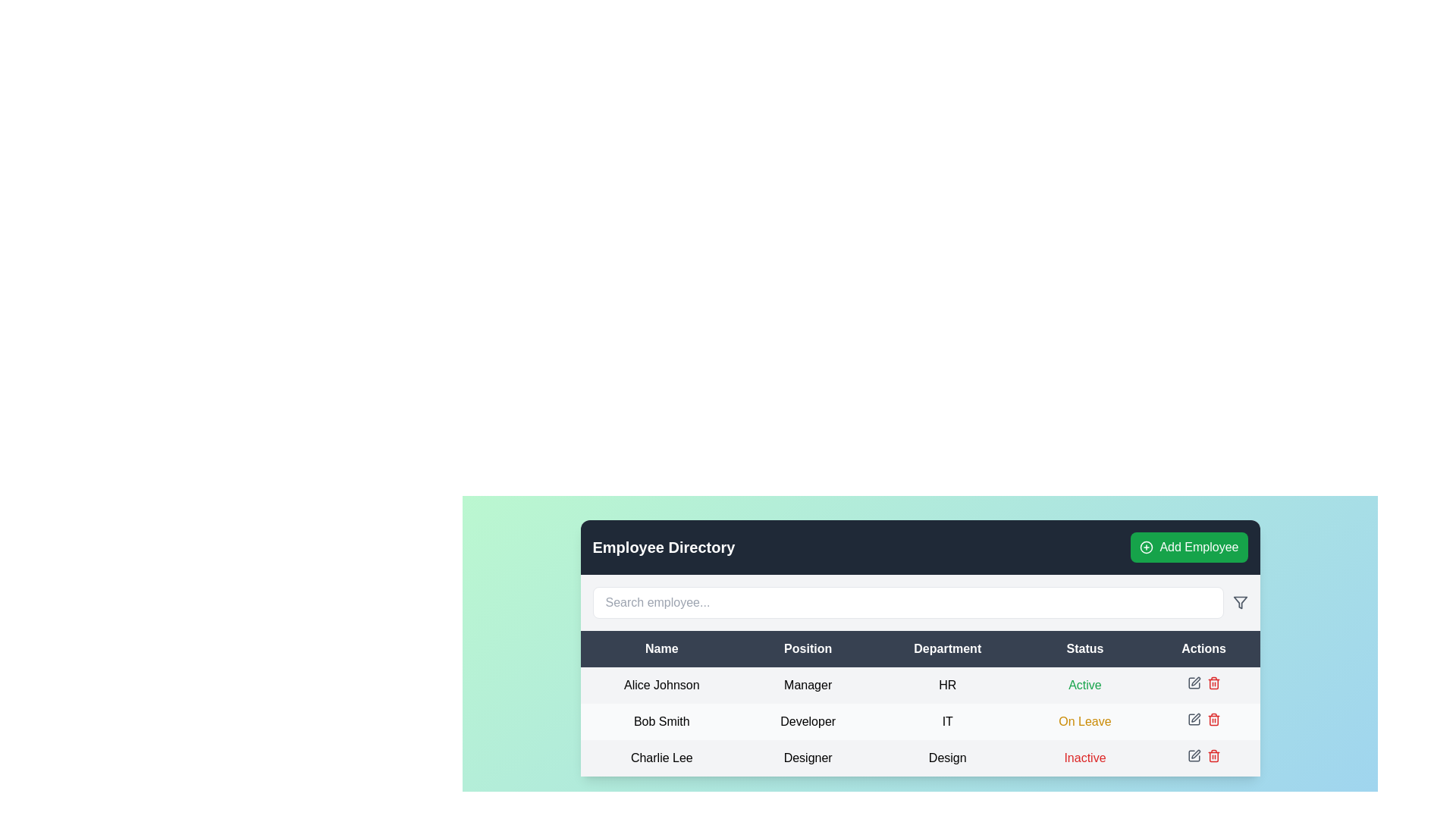  I want to click on the second row of the employee directory table containing 'Bob Smith', 'Developer', 'IT', and 'On Leave' status, so click(919, 721).